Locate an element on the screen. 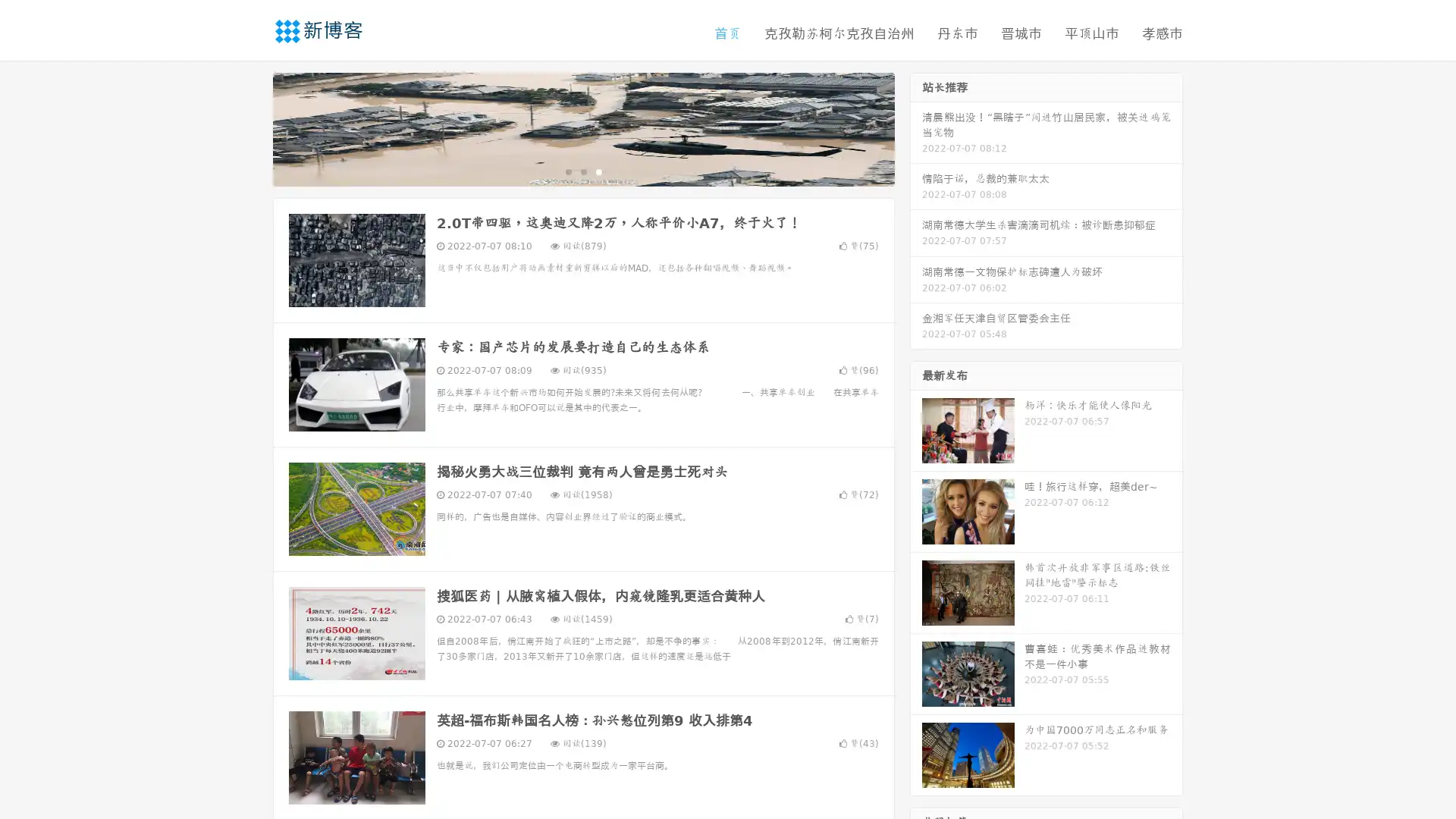 The width and height of the screenshot is (1456, 819). Go to slide 1 is located at coordinates (567, 171).